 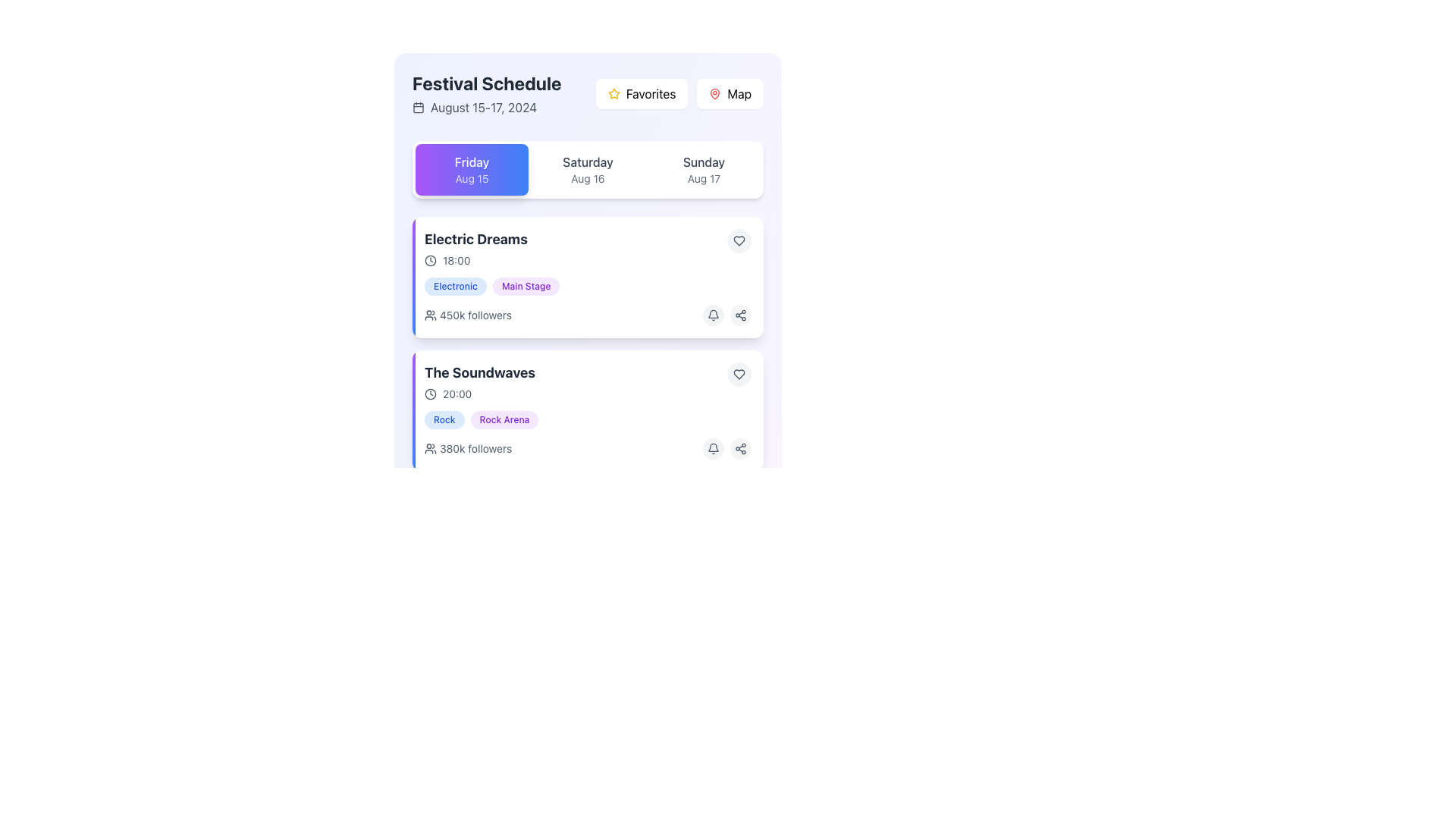 I want to click on the circular shape outlined within the clock icon that accompanies the time '18:00' next to 'Electric Dreams' in the list of scheduled events, so click(x=429, y=259).